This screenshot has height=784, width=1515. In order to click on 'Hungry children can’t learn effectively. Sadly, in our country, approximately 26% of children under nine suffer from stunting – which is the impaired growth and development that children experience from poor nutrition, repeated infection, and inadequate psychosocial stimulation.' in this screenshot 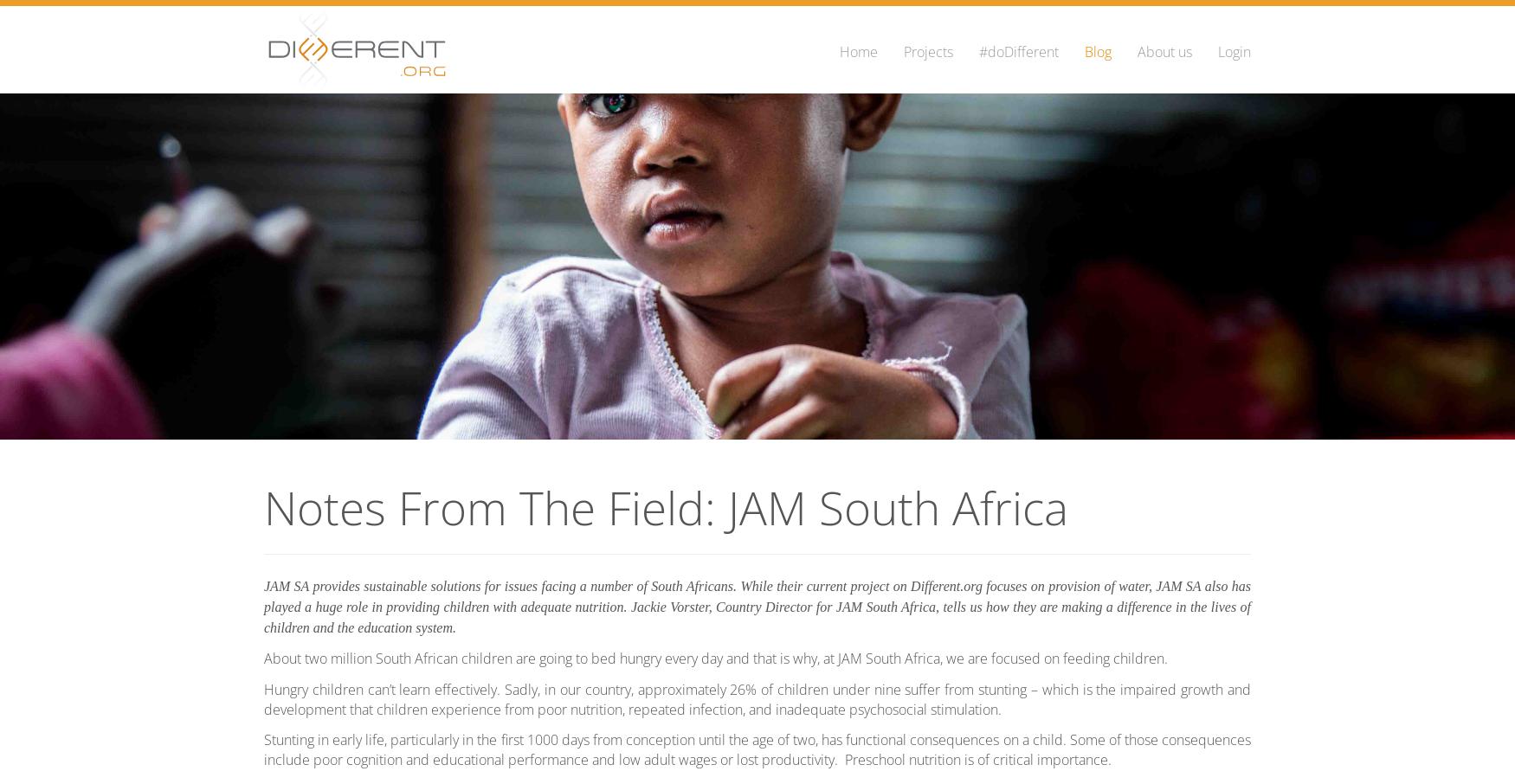, I will do `click(757, 698)`.